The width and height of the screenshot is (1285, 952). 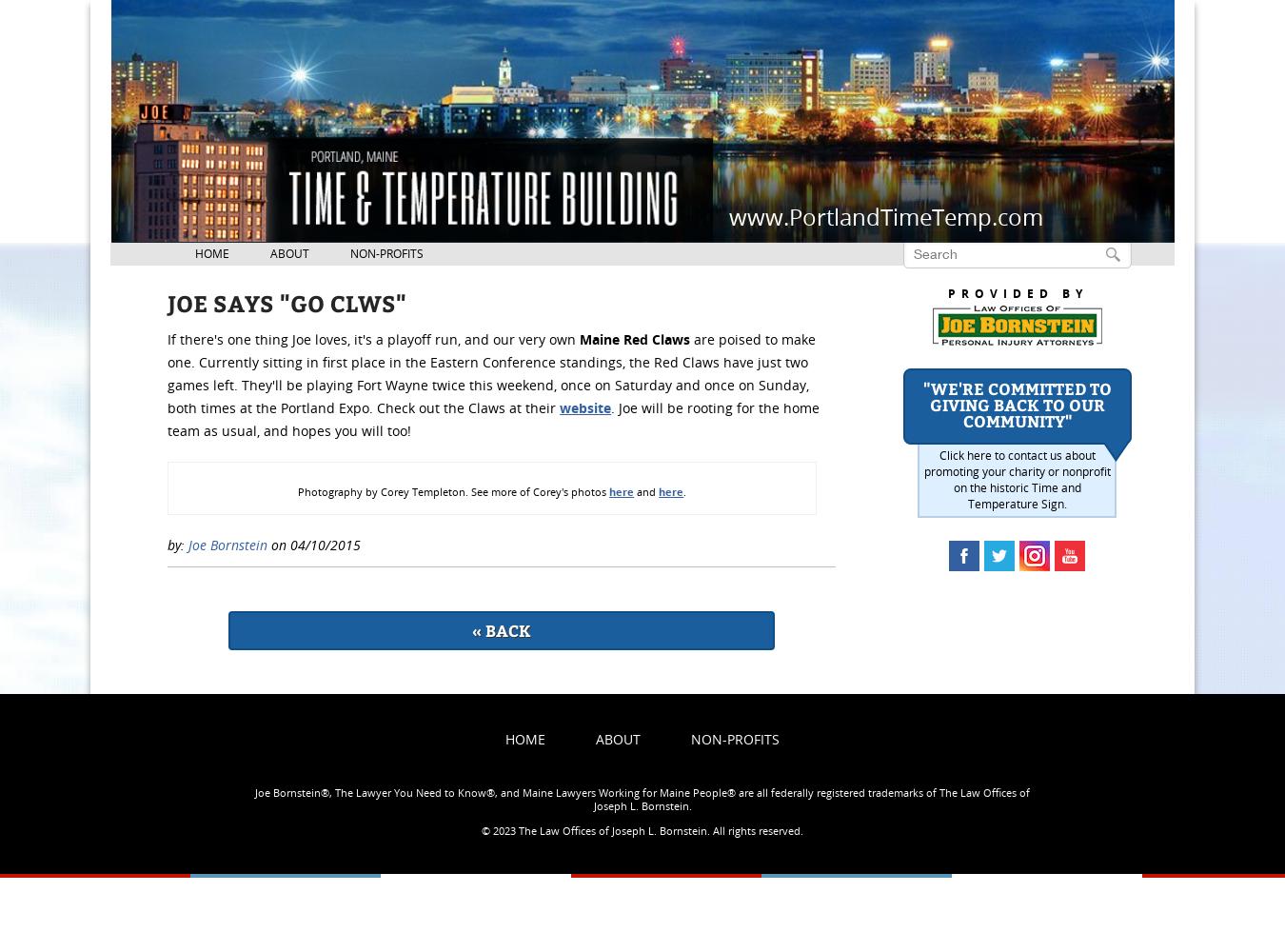 What do you see at coordinates (452, 491) in the screenshot?
I see `'Photography by Corey Templeton. See more of Corey's photos'` at bounding box center [452, 491].